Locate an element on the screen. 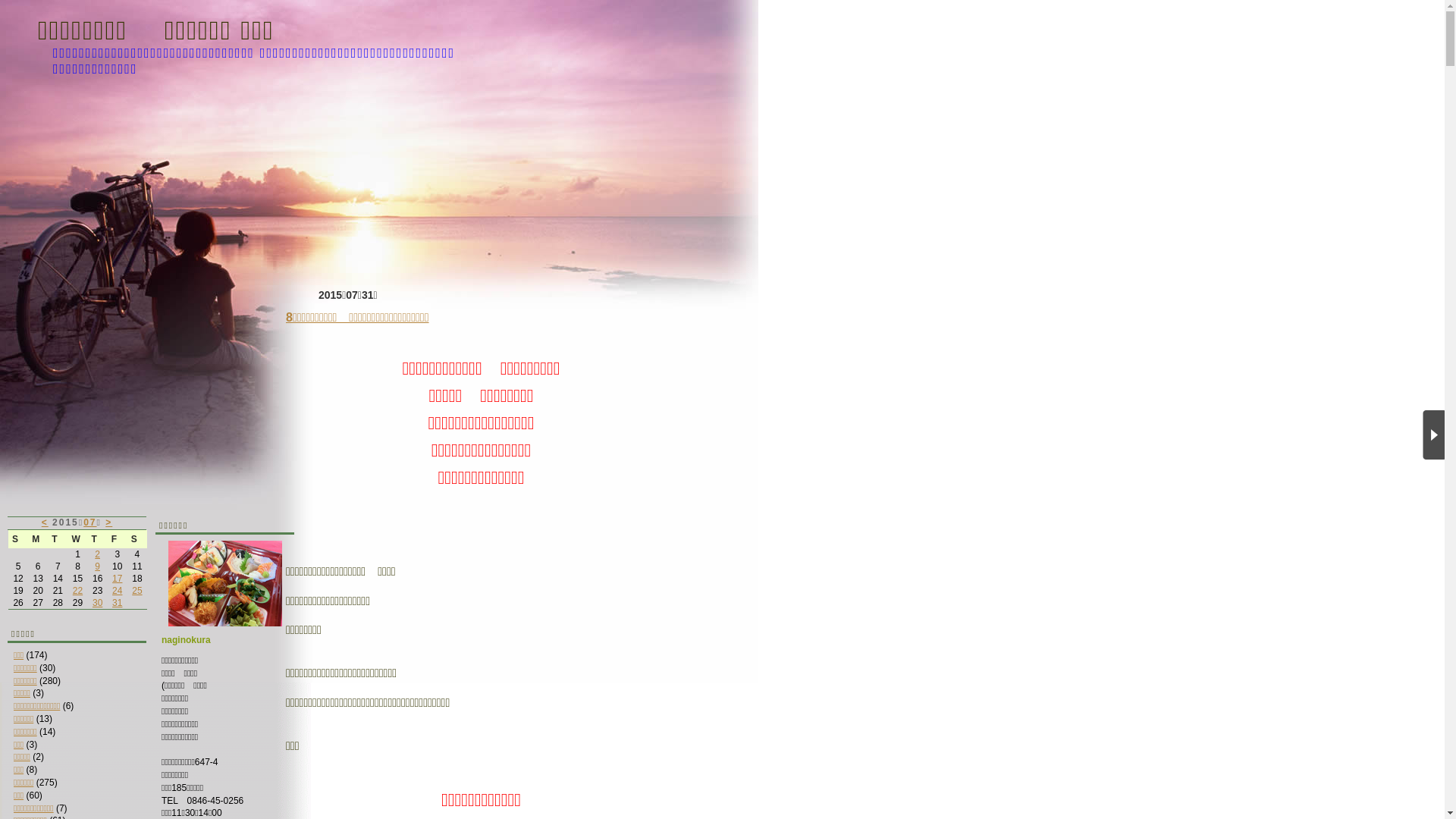 Image resolution: width=1456 pixels, height=819 pixels. '<' is located at coordinates (45, 522).